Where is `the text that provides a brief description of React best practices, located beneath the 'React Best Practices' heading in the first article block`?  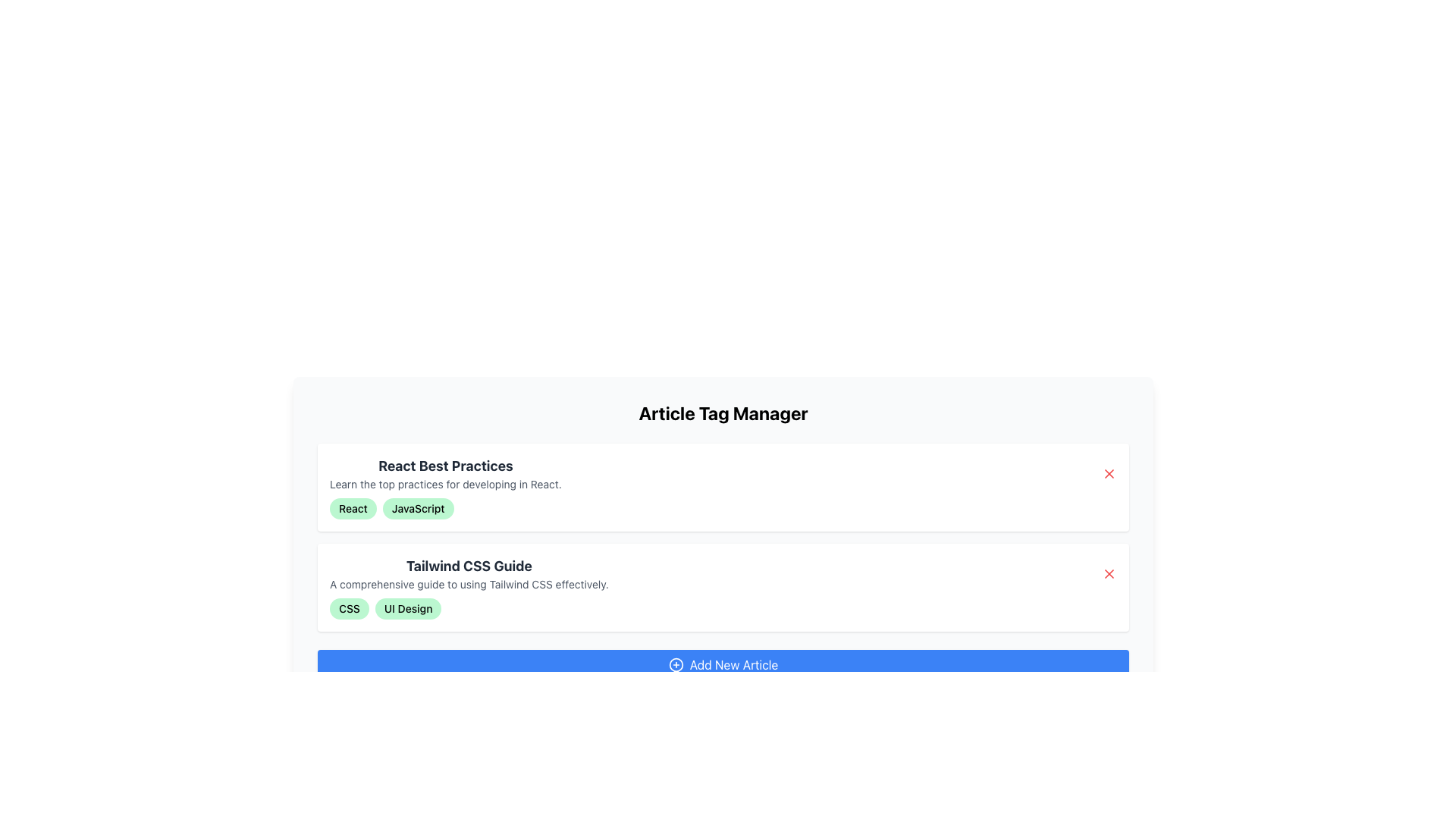 the text that provides a brief description of React best practices, located beneath the 'React Best Practices' heading in the first article block is located at coordinates (444, 485).